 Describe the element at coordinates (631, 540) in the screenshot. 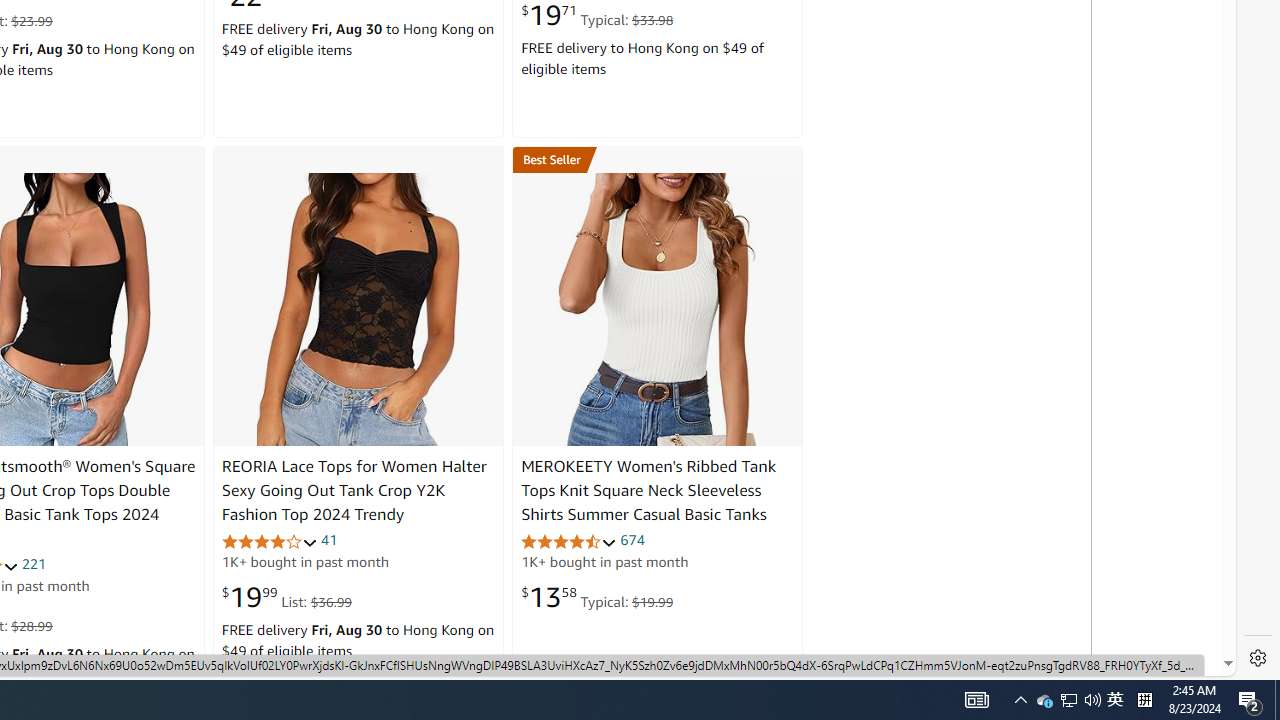

I see `'674'` at that location.